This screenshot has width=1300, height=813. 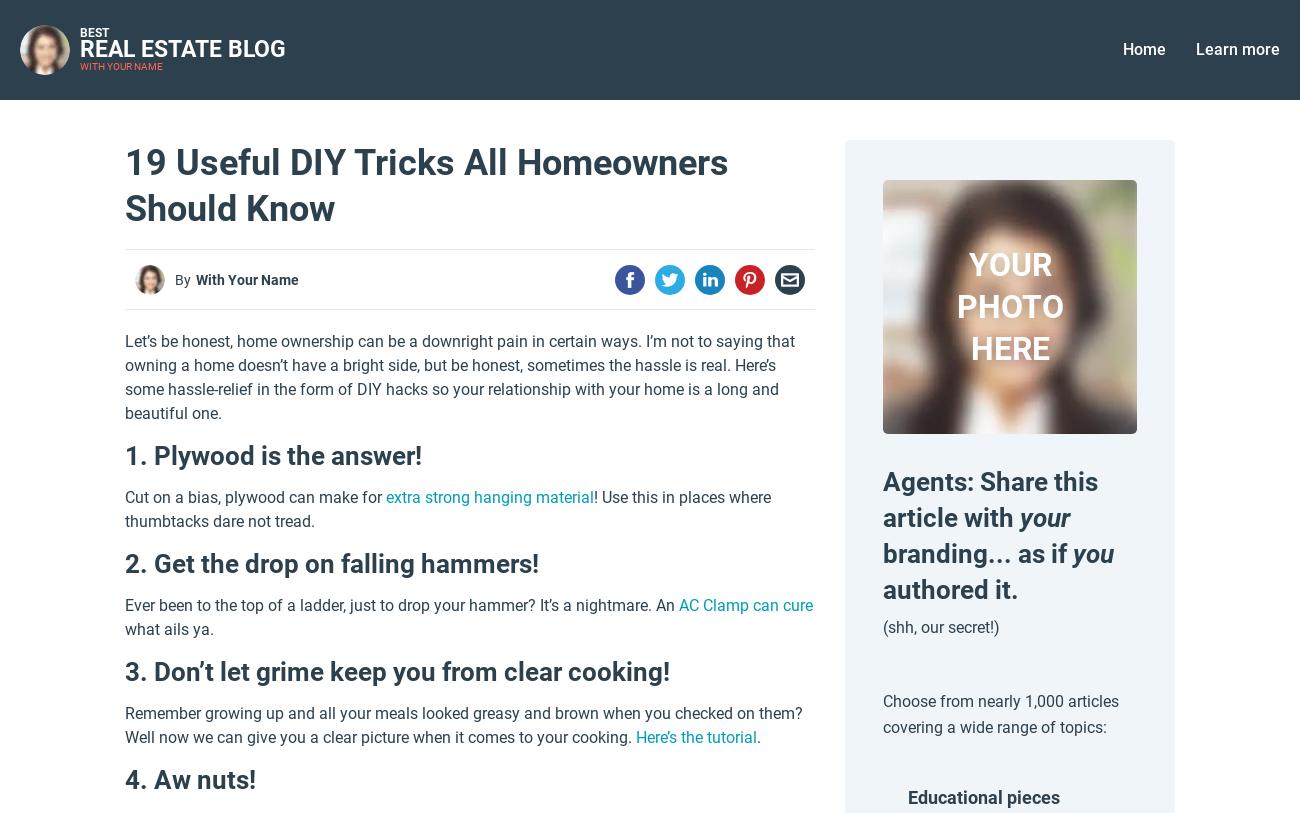 What do you see at coordinates (695, 737) in the screenshot?
I see `'Here’s the tutorial'` at bounding box center [695, 737].